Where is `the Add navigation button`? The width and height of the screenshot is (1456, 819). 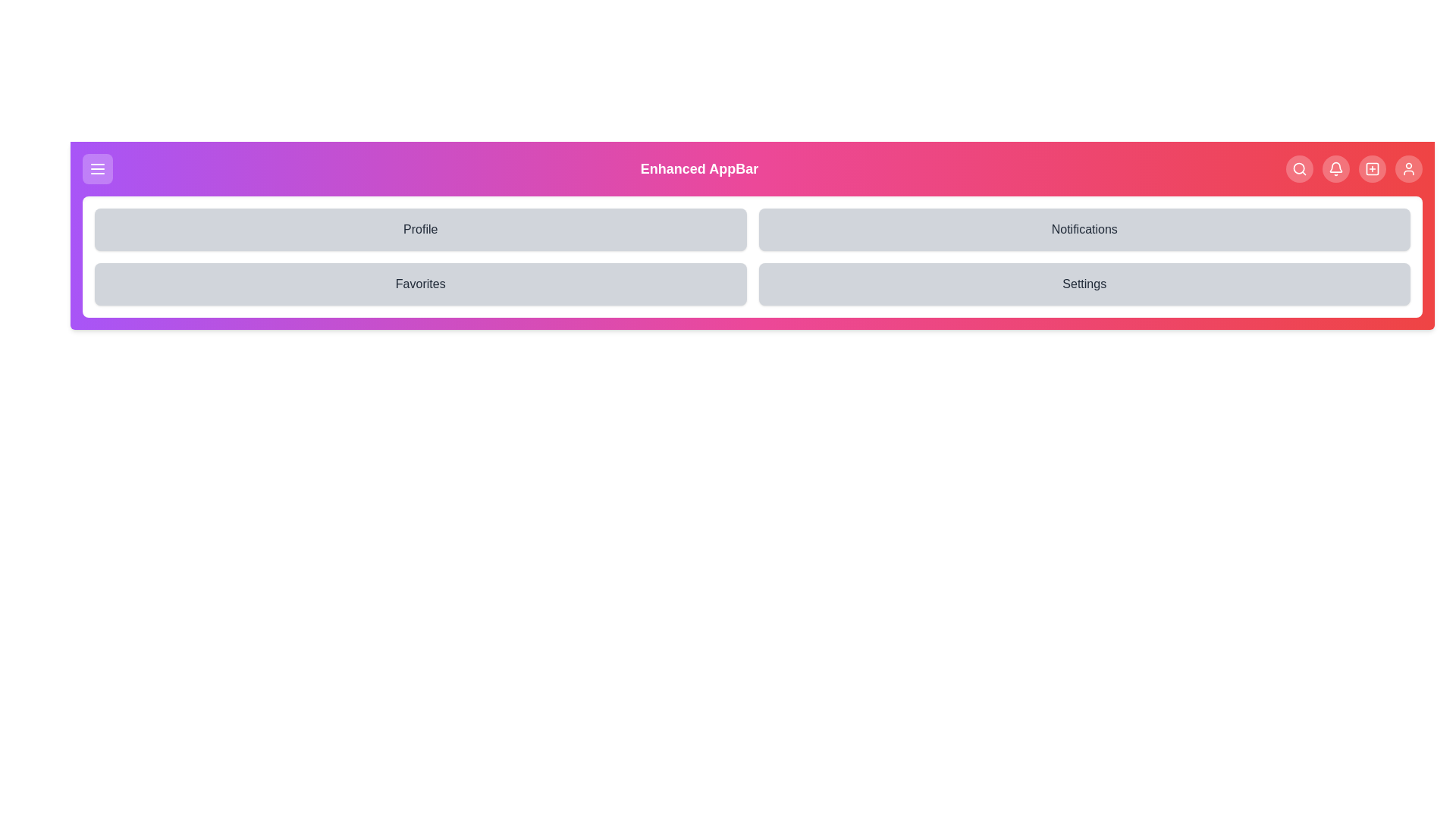
the Add navigation button is located at coordinates (1372, 169).